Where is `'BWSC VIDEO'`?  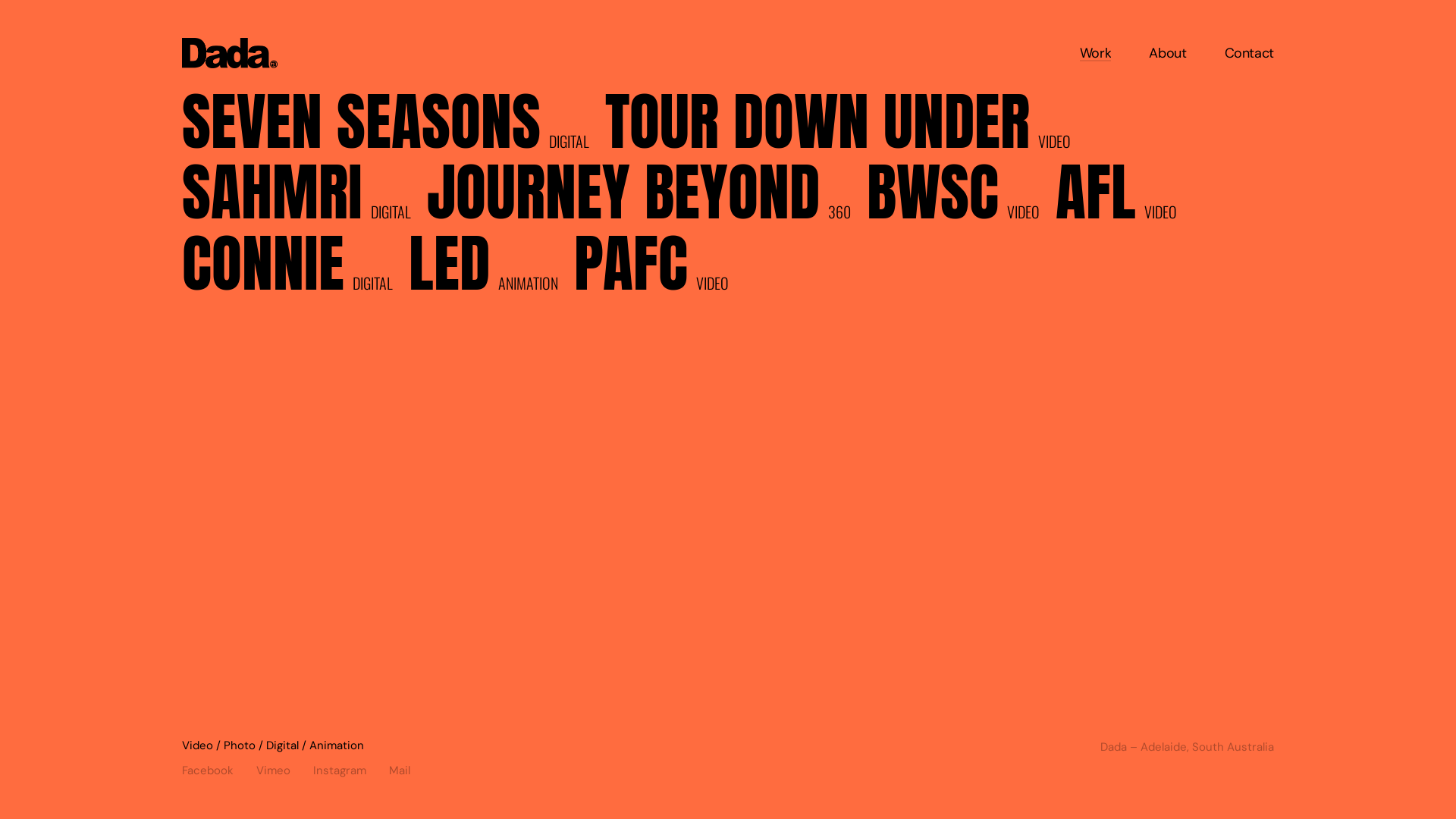
'BWSC VIDEO' is located at coordinates (960, 197).